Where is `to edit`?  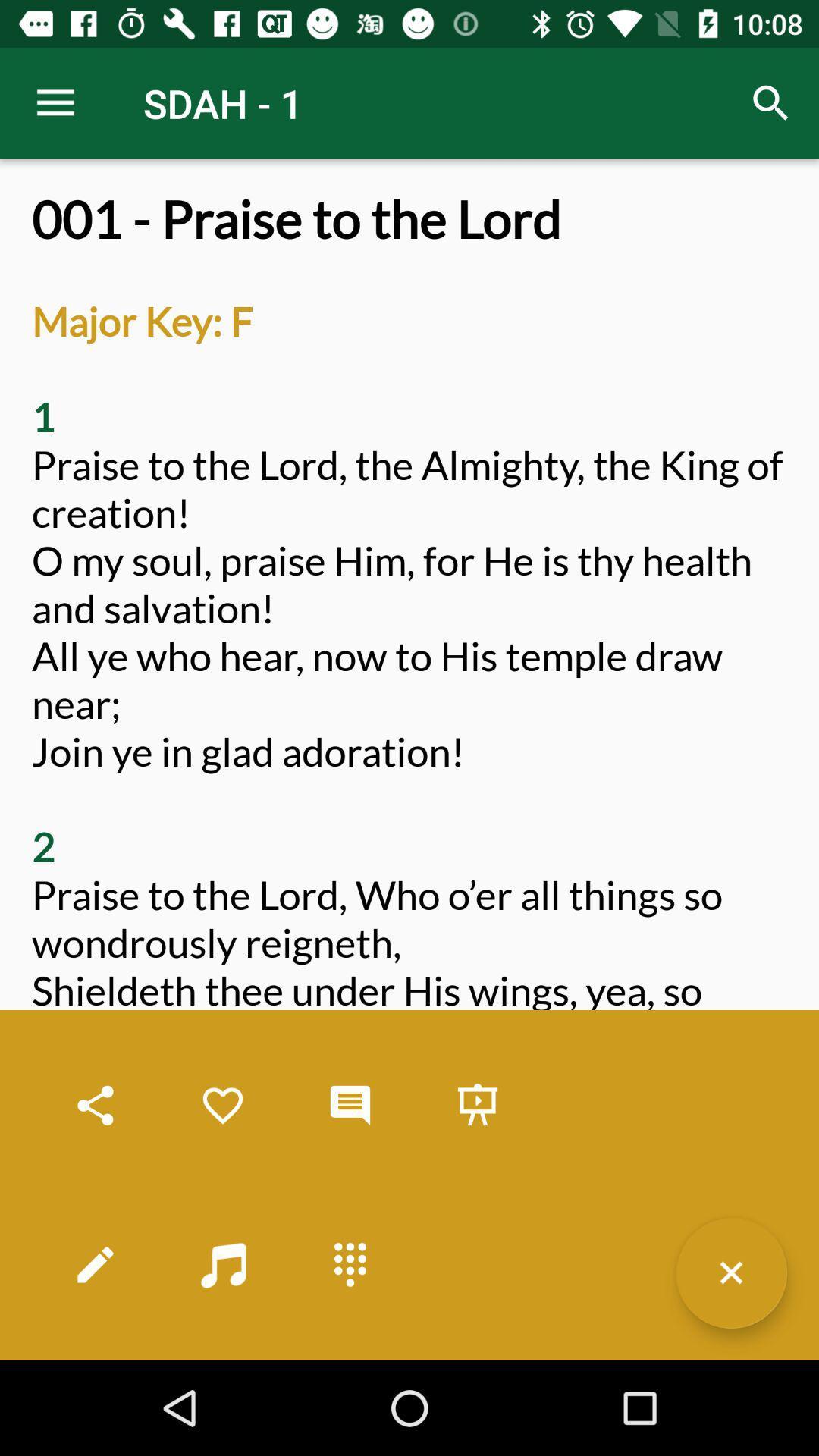 to edit is located at coordinates (96, 1264).